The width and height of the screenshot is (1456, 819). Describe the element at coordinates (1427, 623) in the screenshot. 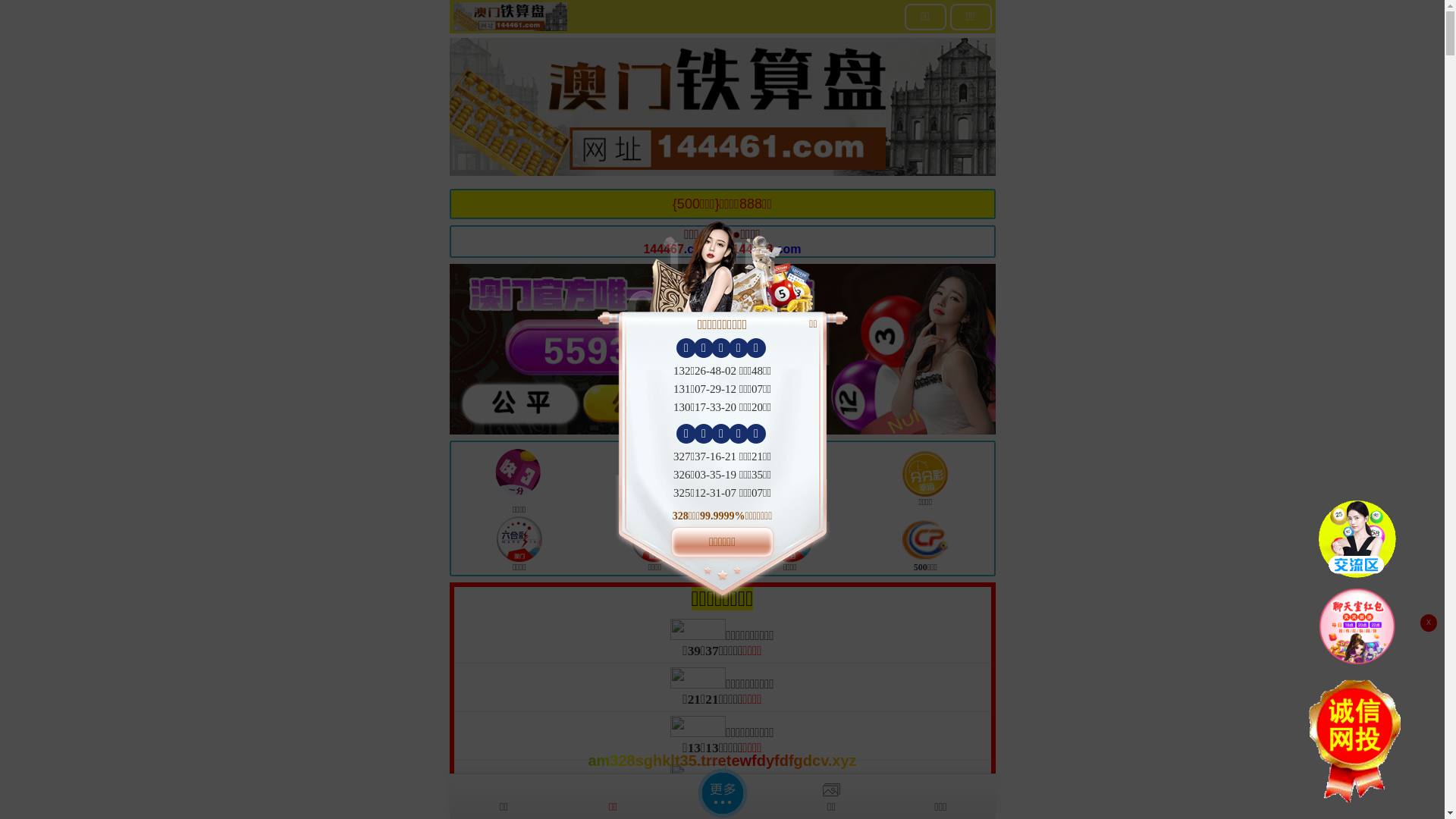

I see `'x'` at that location.